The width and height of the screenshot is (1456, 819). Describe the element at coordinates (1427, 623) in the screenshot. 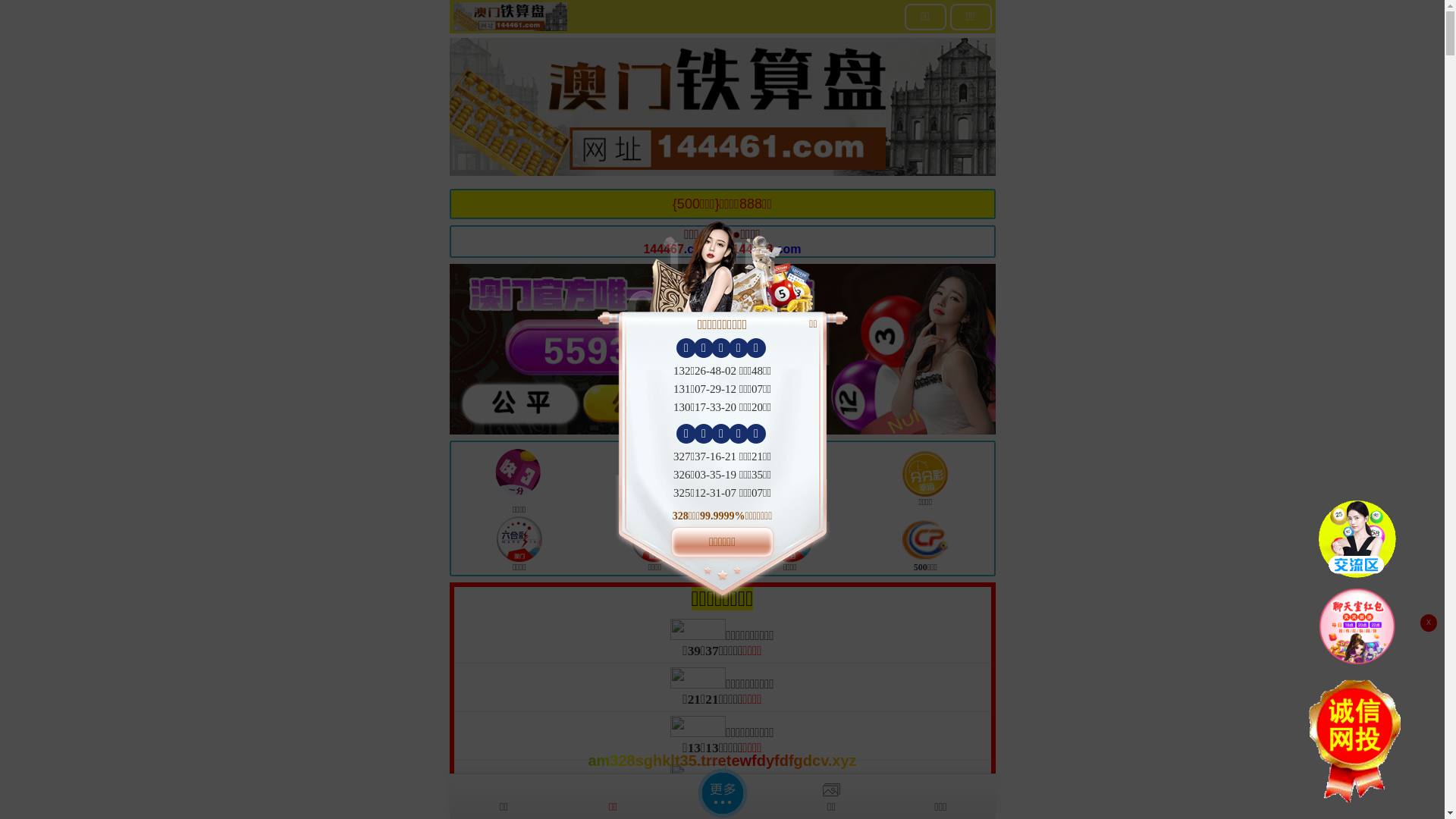

I see `'x'` at that location.